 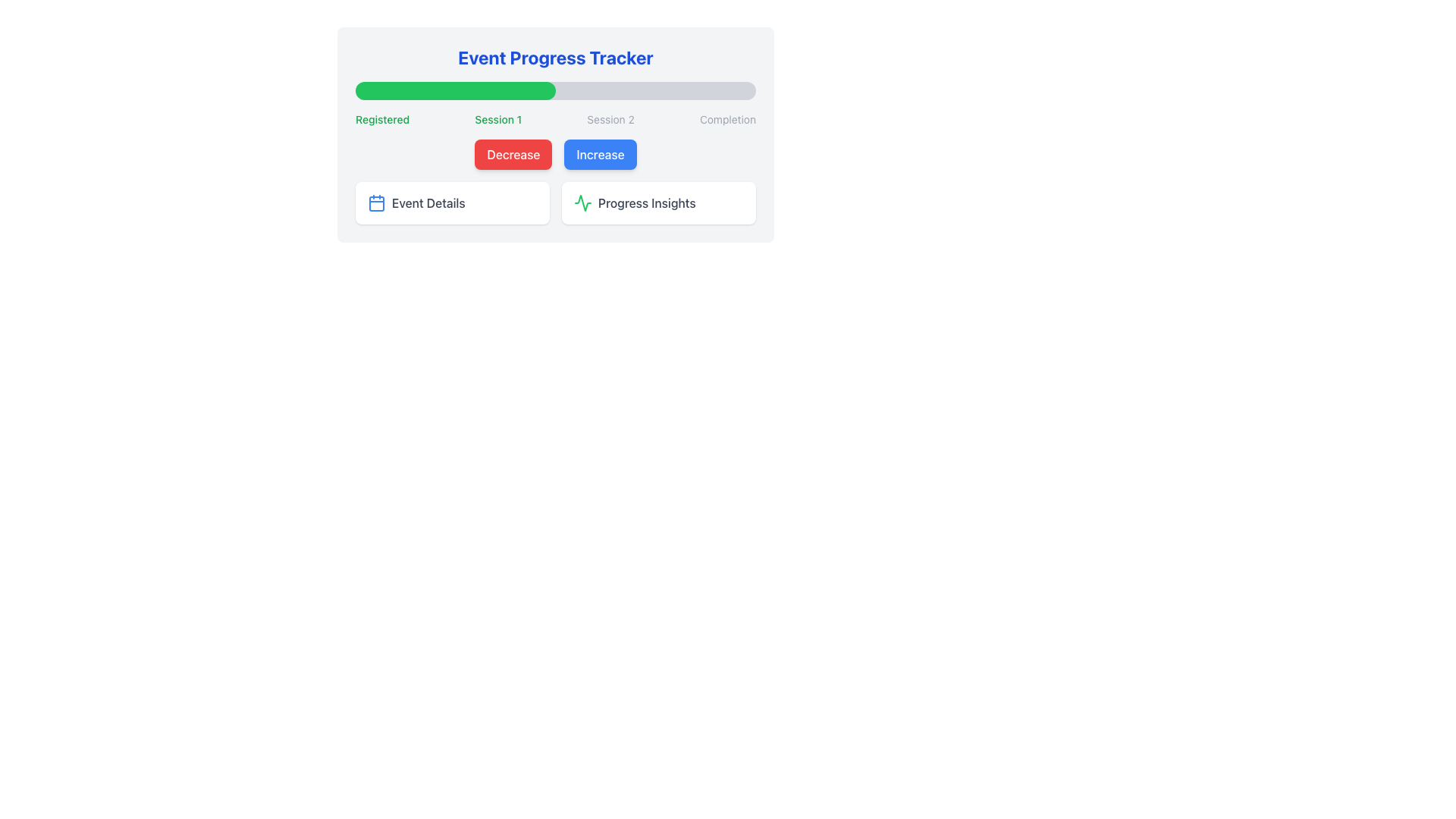 I want to click on the third text label in the progress overview which indicates the current session state or name, so click(x=610, y=119).